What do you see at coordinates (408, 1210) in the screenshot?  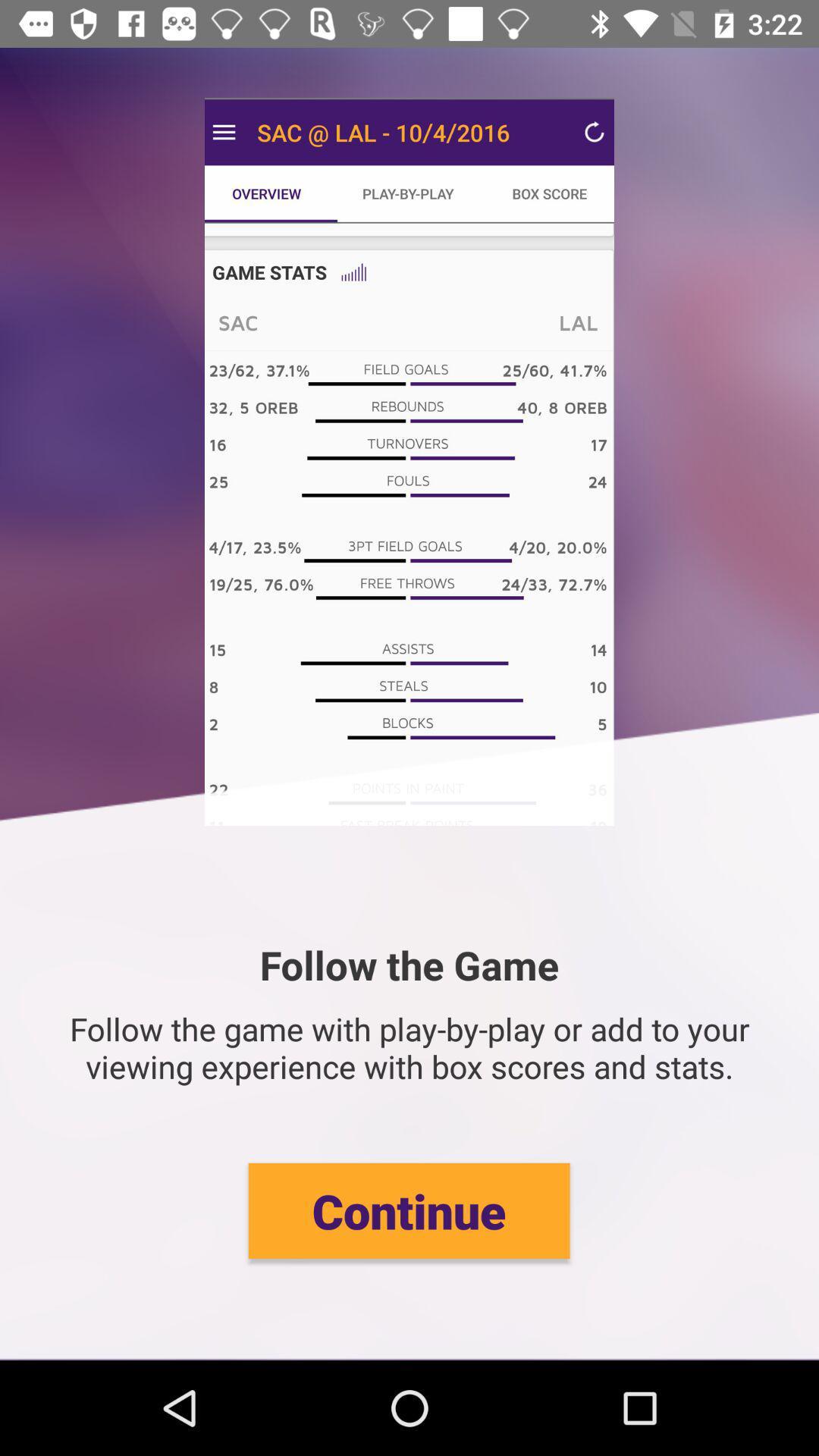 I see `the continue` at bounding box center [408, 1210].